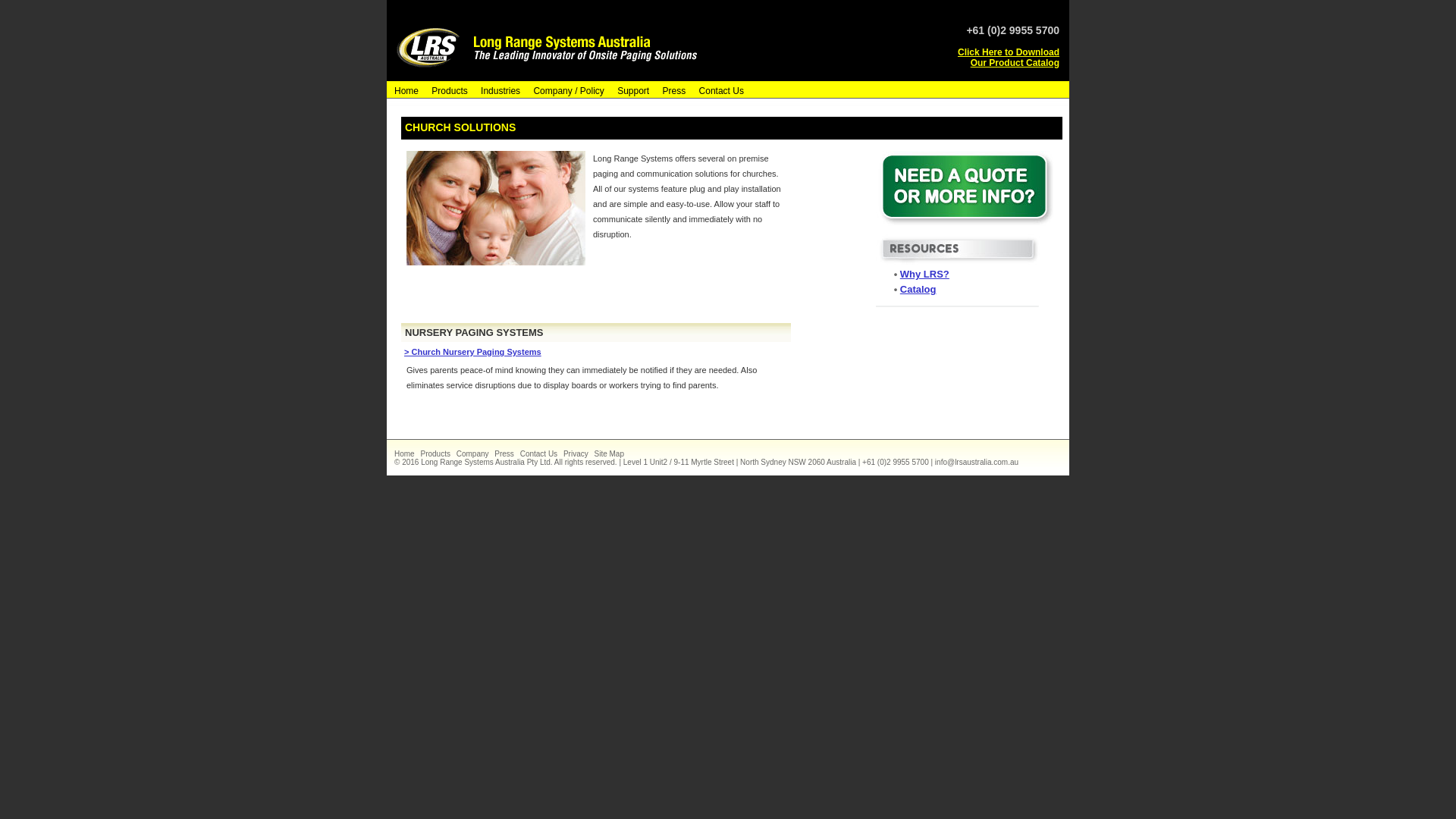  What do you see at coordinates (406, 452) in the screenshot?
I see `'Home'` at bounding box center [406, 452].